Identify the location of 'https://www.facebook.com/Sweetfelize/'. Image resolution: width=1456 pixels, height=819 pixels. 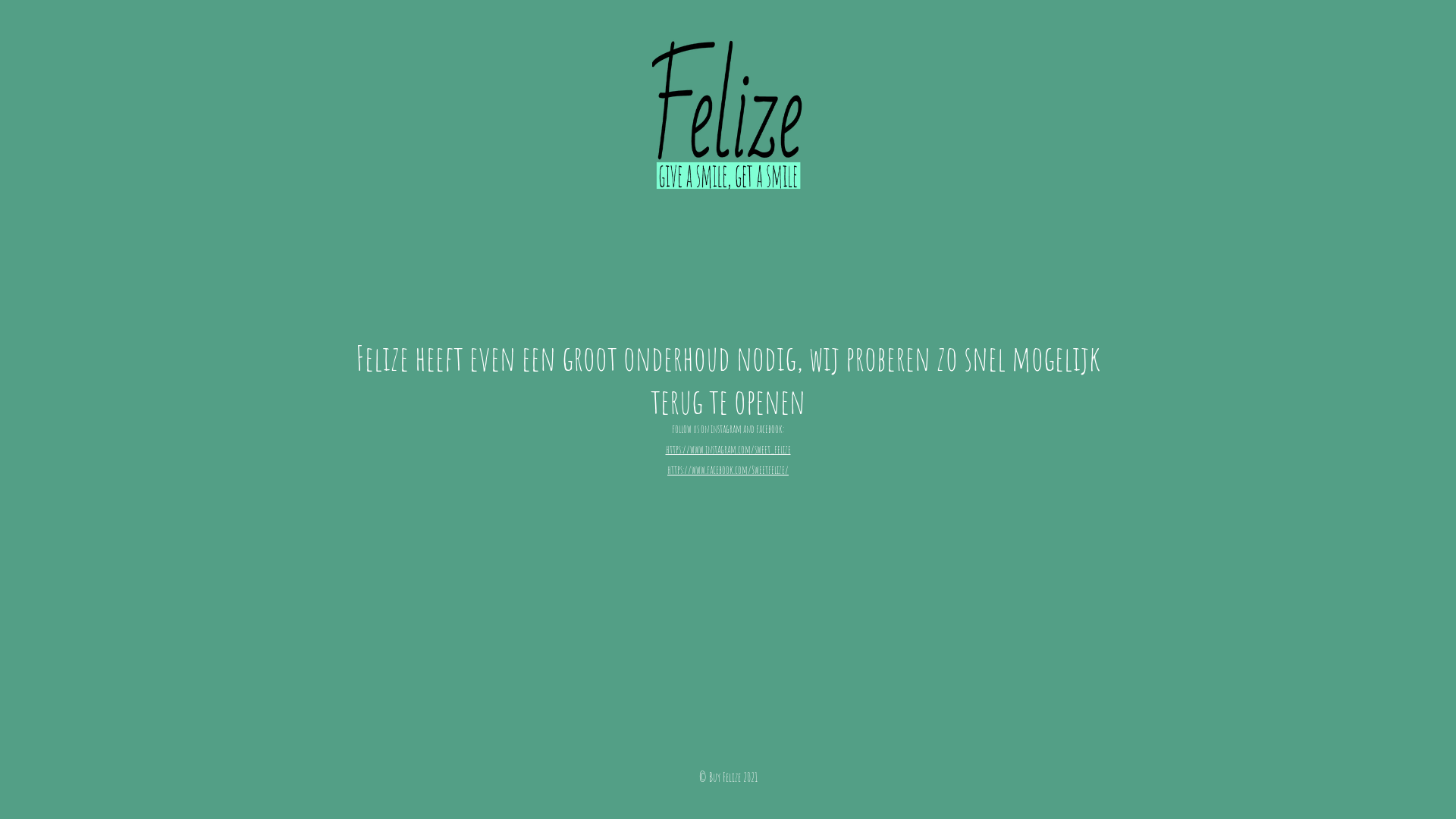
(728, 468).